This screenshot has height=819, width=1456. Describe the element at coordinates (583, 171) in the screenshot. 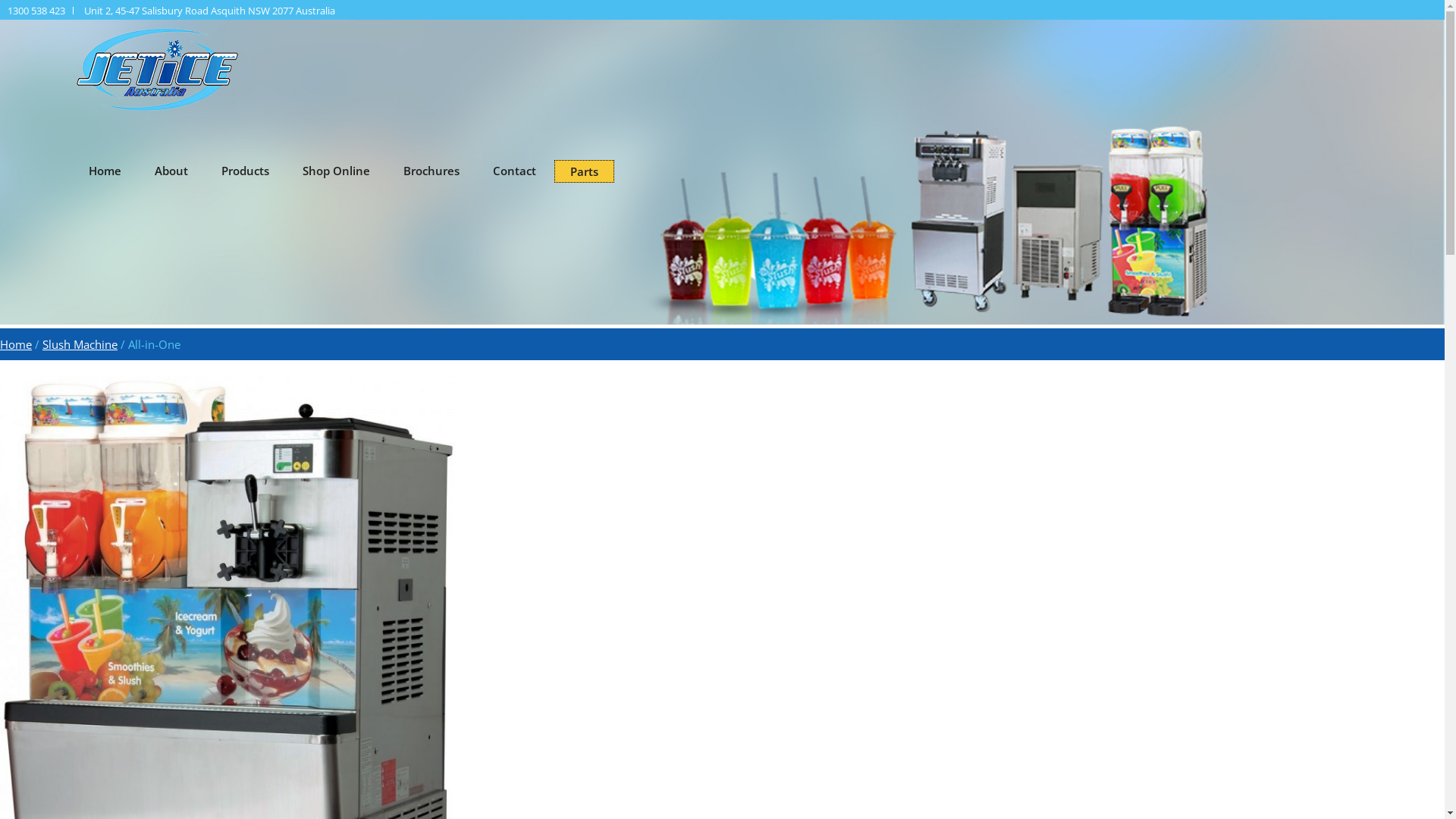

I see `'Parts'` at that location.